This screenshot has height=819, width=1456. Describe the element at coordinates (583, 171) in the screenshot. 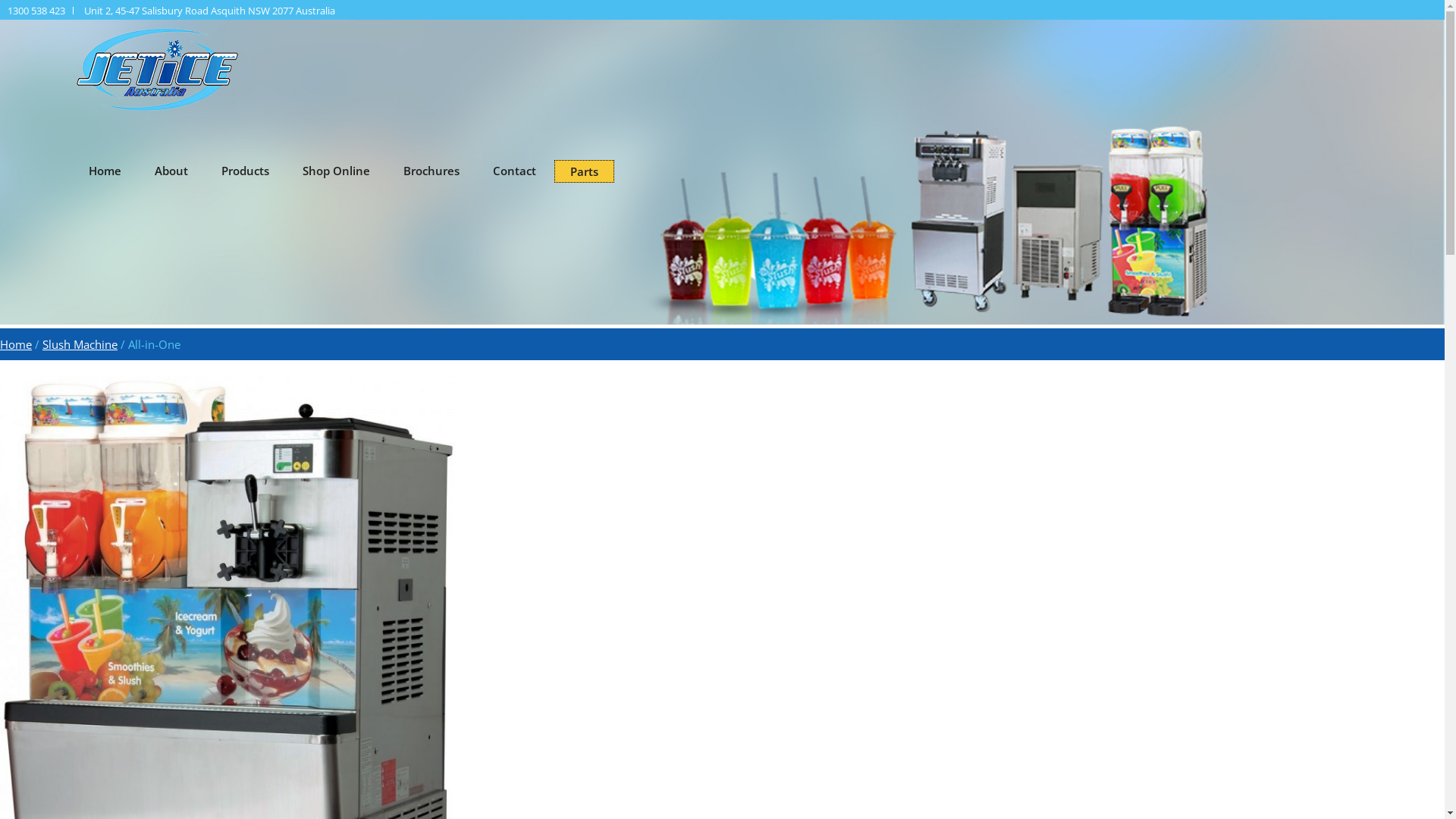

I see `'Parts'` at that location.